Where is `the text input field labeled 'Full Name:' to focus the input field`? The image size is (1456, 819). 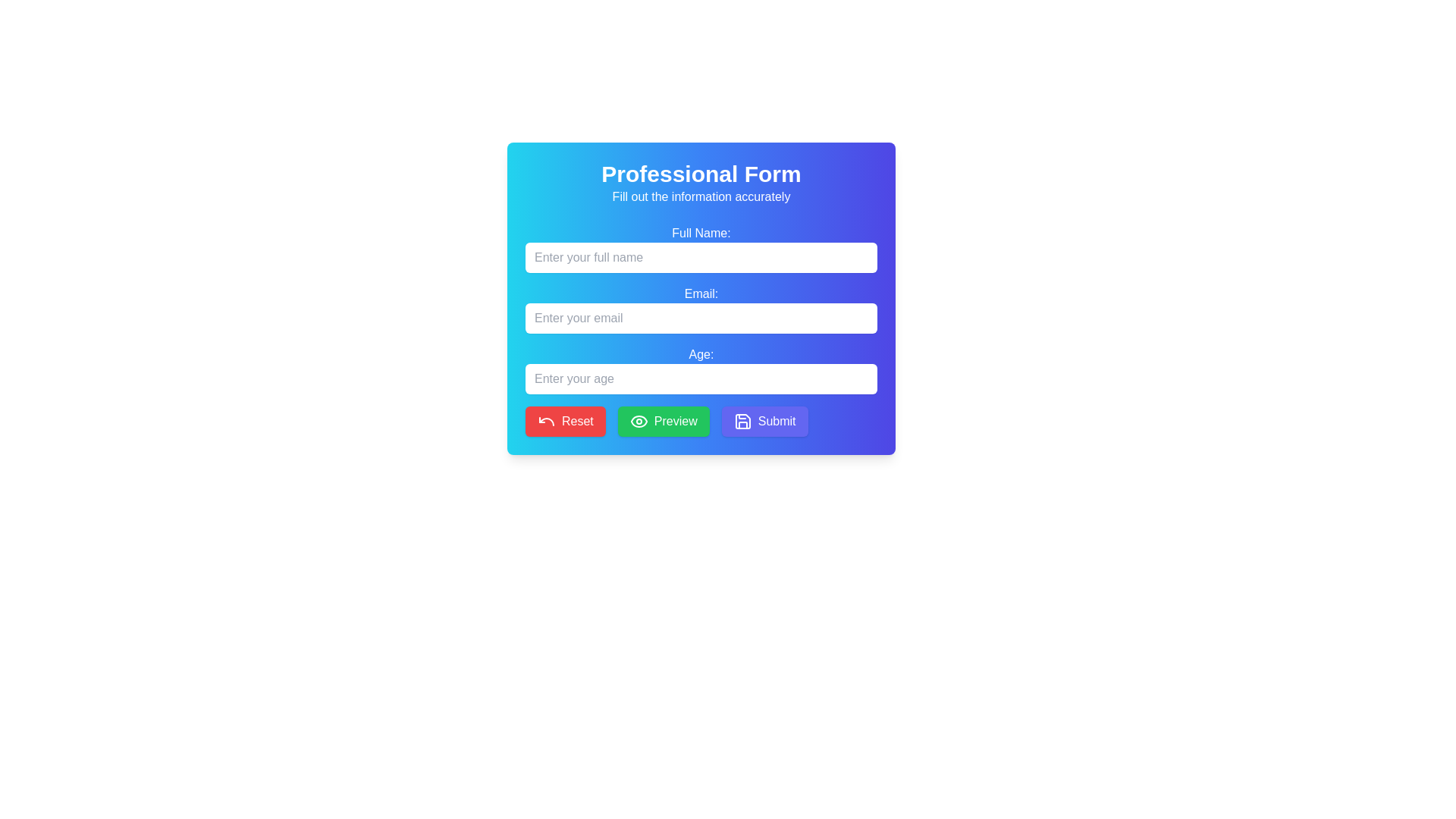 the text input field labeled 'Full Name:' to focus the input field is located at coordinates (701, 247).